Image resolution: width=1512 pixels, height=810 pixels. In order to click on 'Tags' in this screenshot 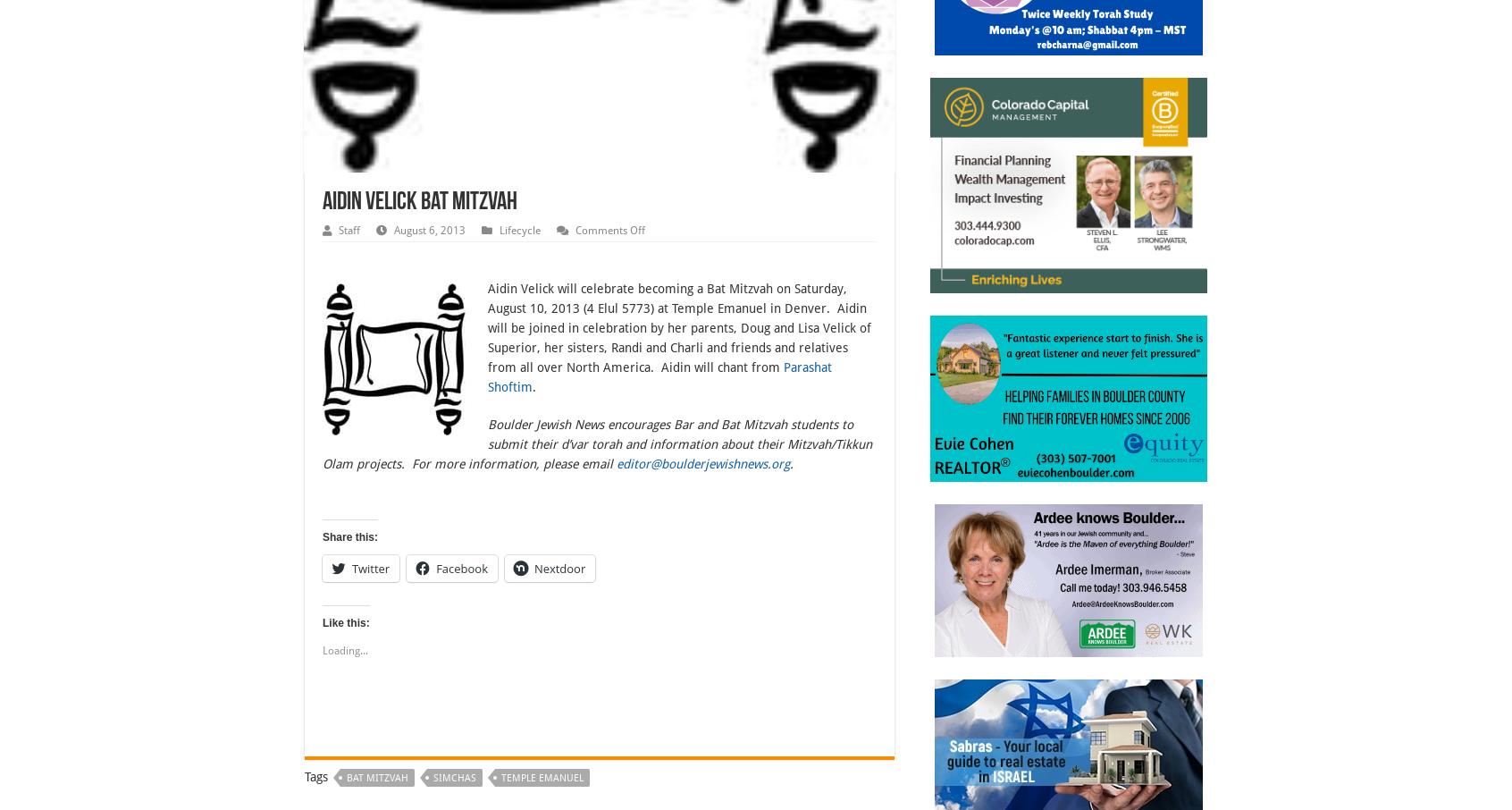, I will do `click(317, 777)`.